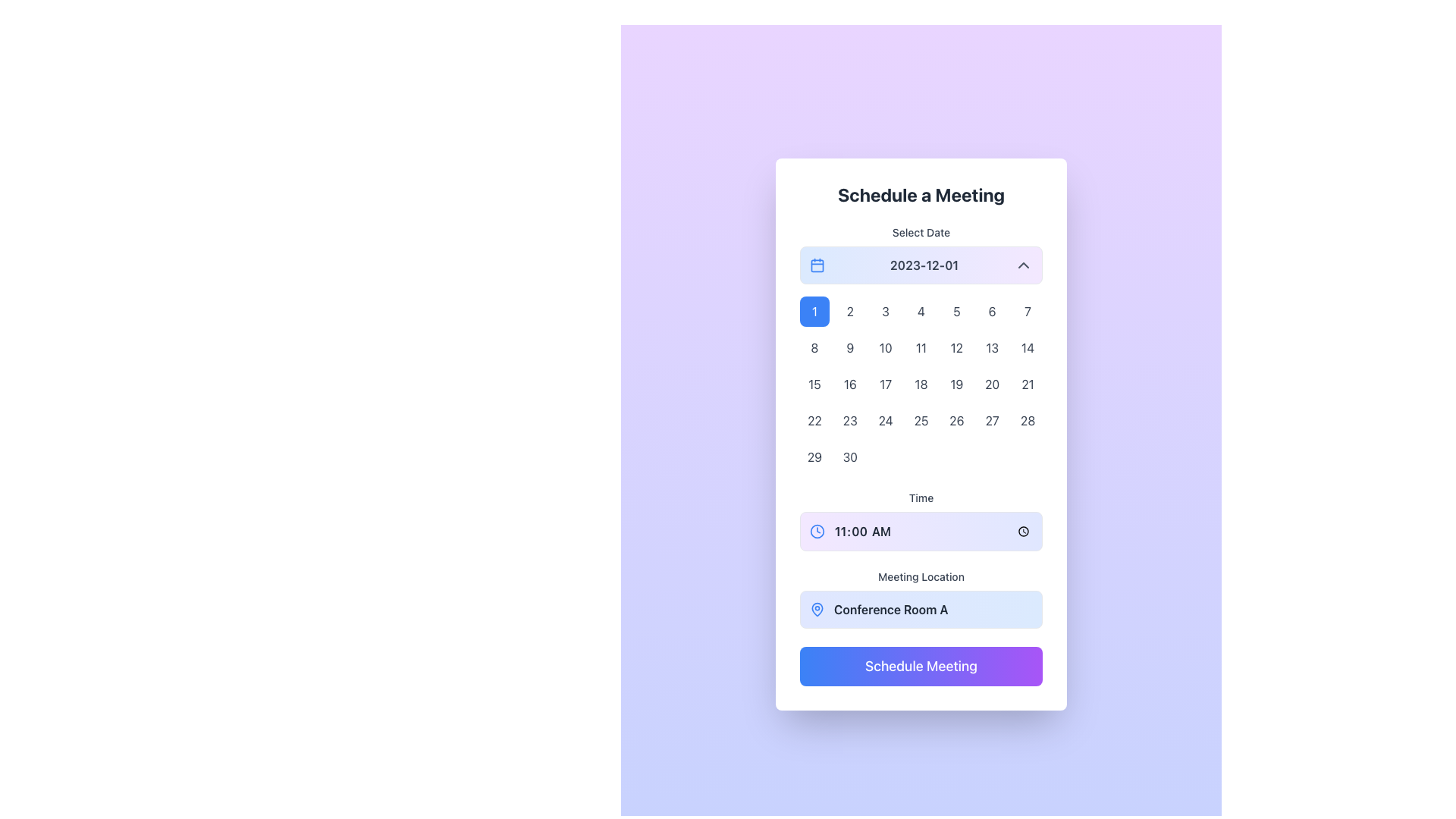 This screenshot has width=1456, height=819. I want to click on the scheduling button located at the bottom of the modal dialog, just below the 'Meeting Location' section, so click(920, 666).